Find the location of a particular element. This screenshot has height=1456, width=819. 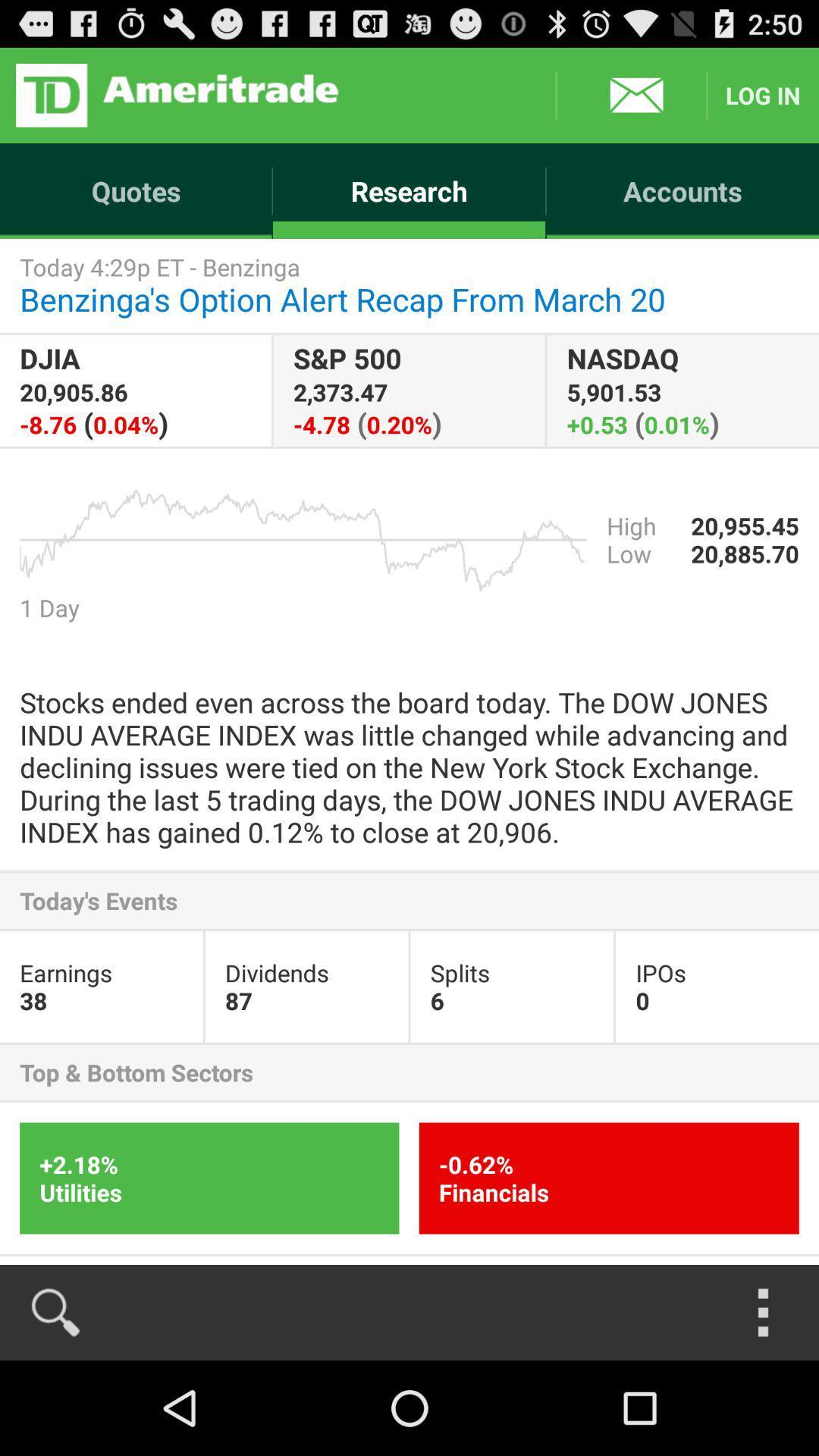

today 4 29p item is located at coordinates (409, 285).